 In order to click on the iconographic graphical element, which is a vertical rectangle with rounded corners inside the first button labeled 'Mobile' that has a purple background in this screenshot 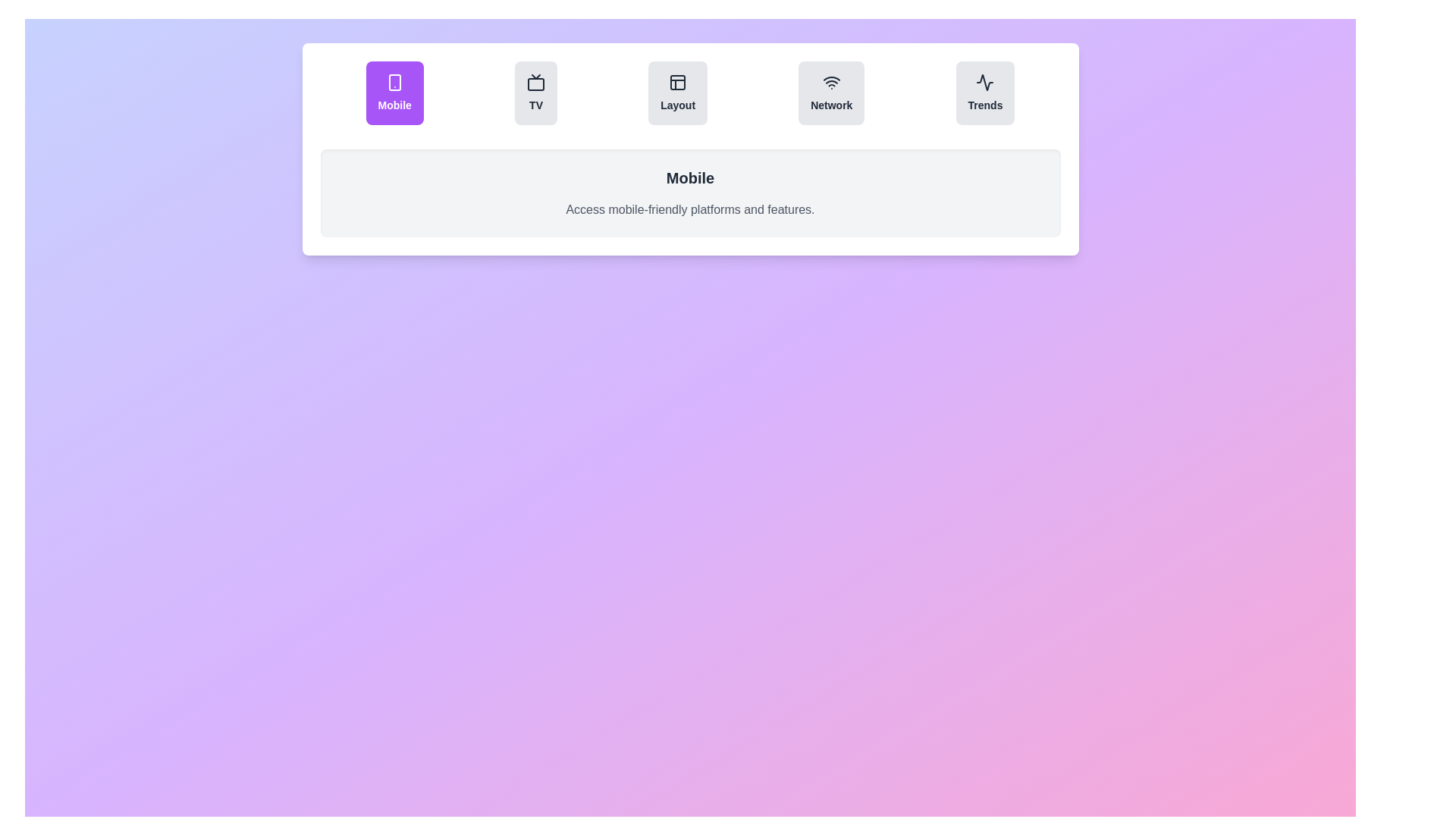, I will do `click(394, 82)`.